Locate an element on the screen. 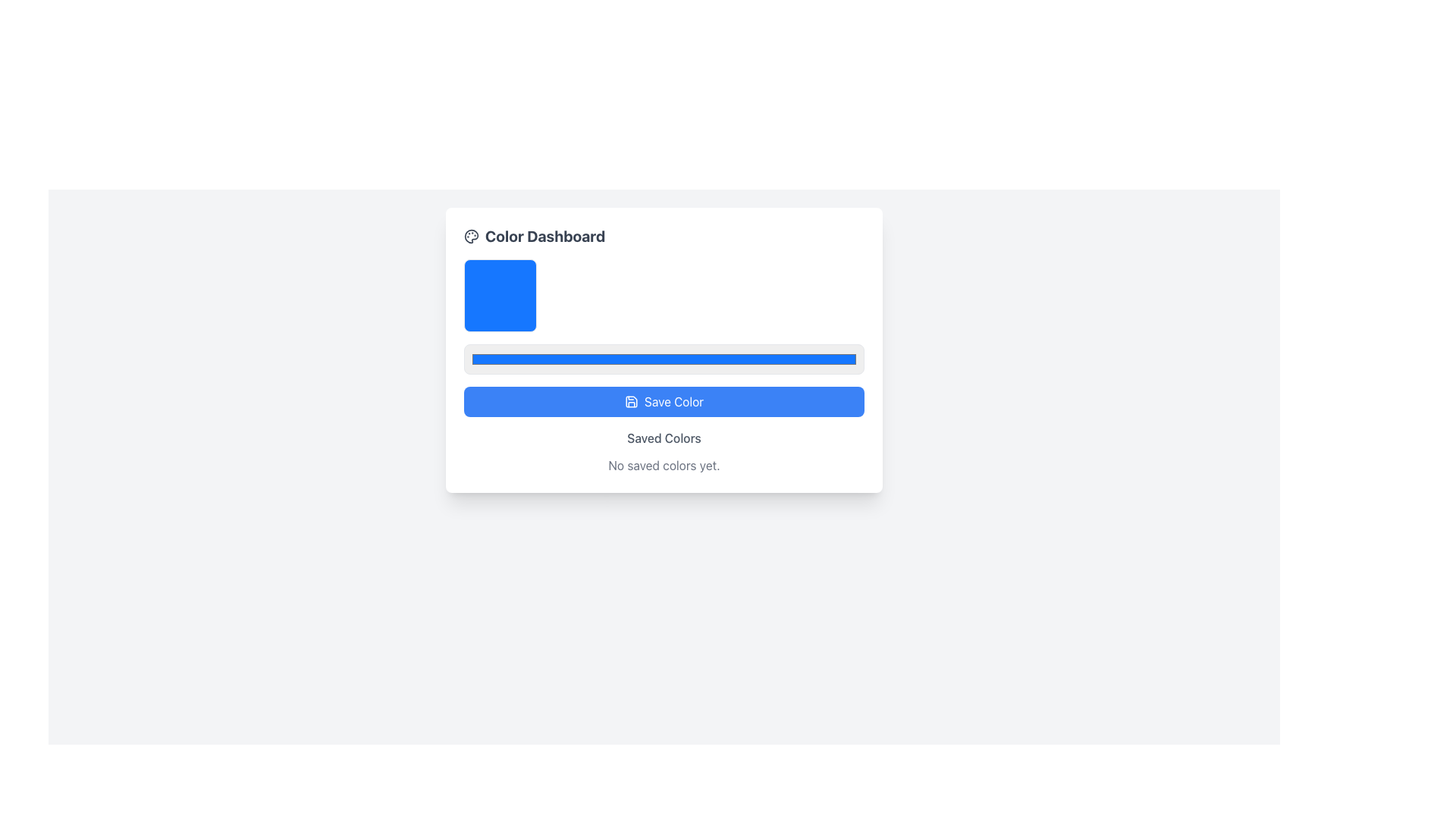 The image size is (1456, 819). the blue 'Save Color' button with white text and a save icon to observe the hover effect is located at coordinates (664, 400).